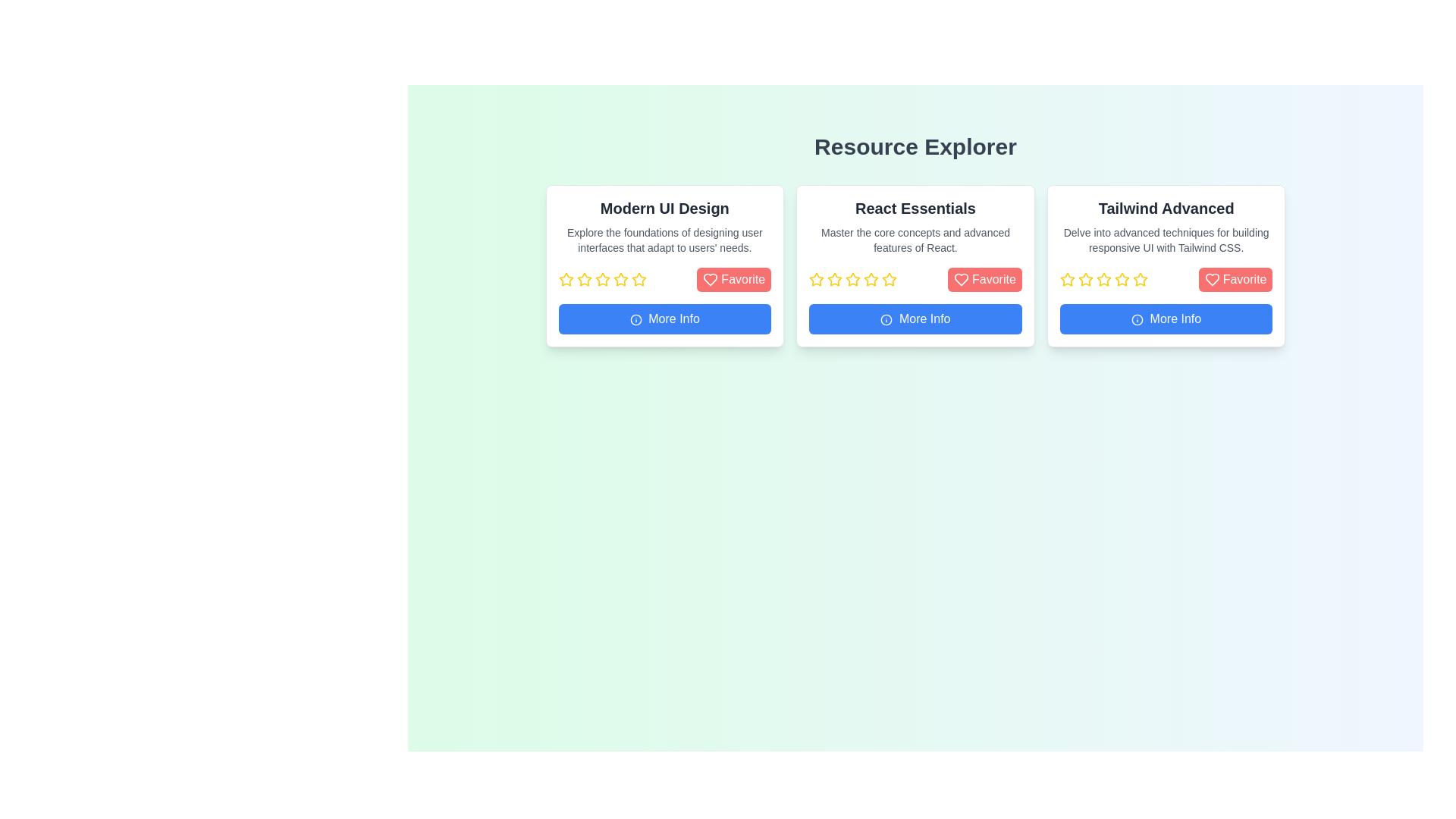 This screenshot has width=1456, height=819. I want to click on the heart-shaped icon with a red color fill located in the second card under the 'Resource Explorer' section, so click(710, 280).